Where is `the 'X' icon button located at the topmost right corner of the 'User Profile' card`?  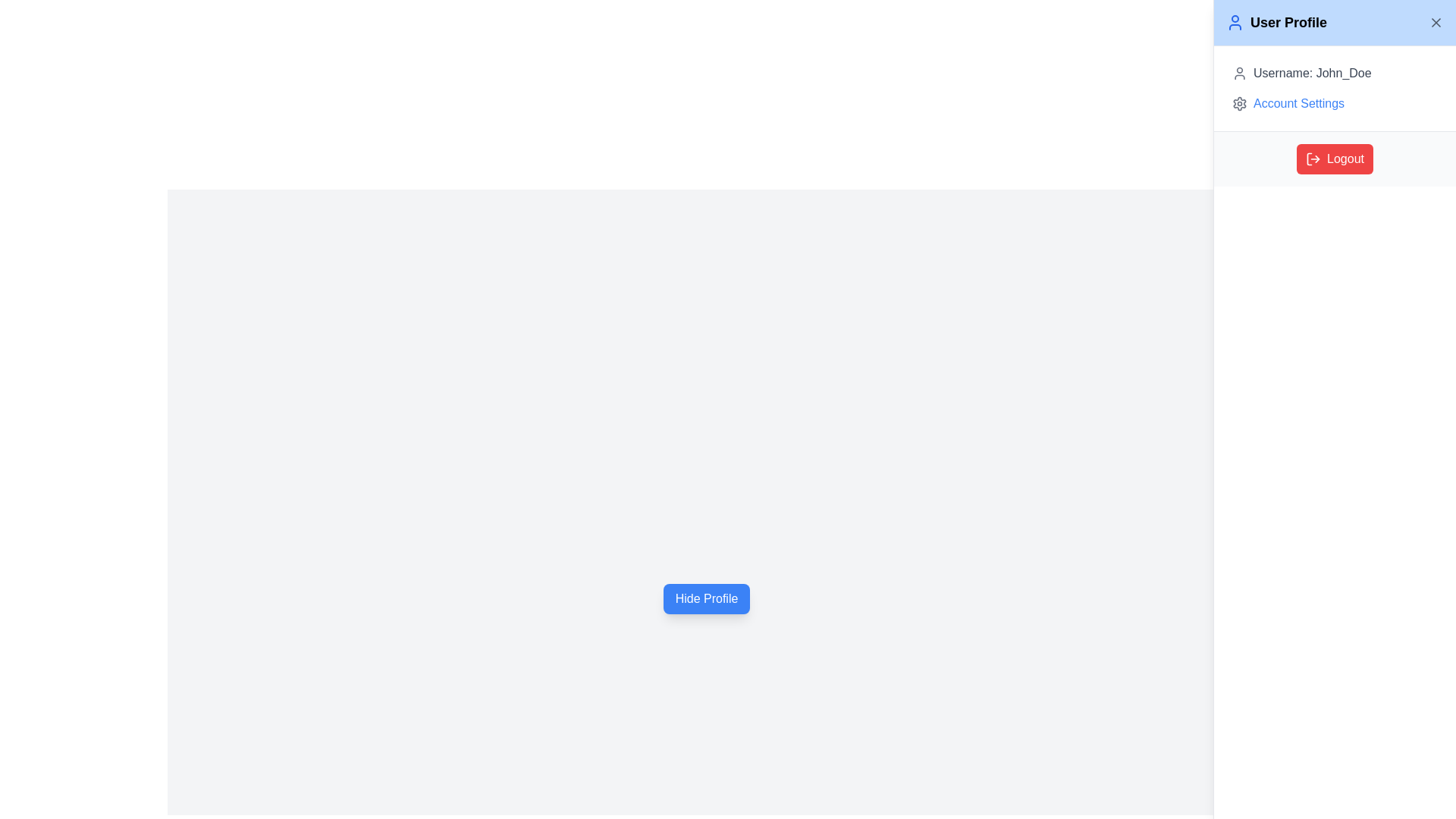 the 'X' icon button located at the topmost right corner of the 'User Profile' card is located at coordinates (1436, 23).